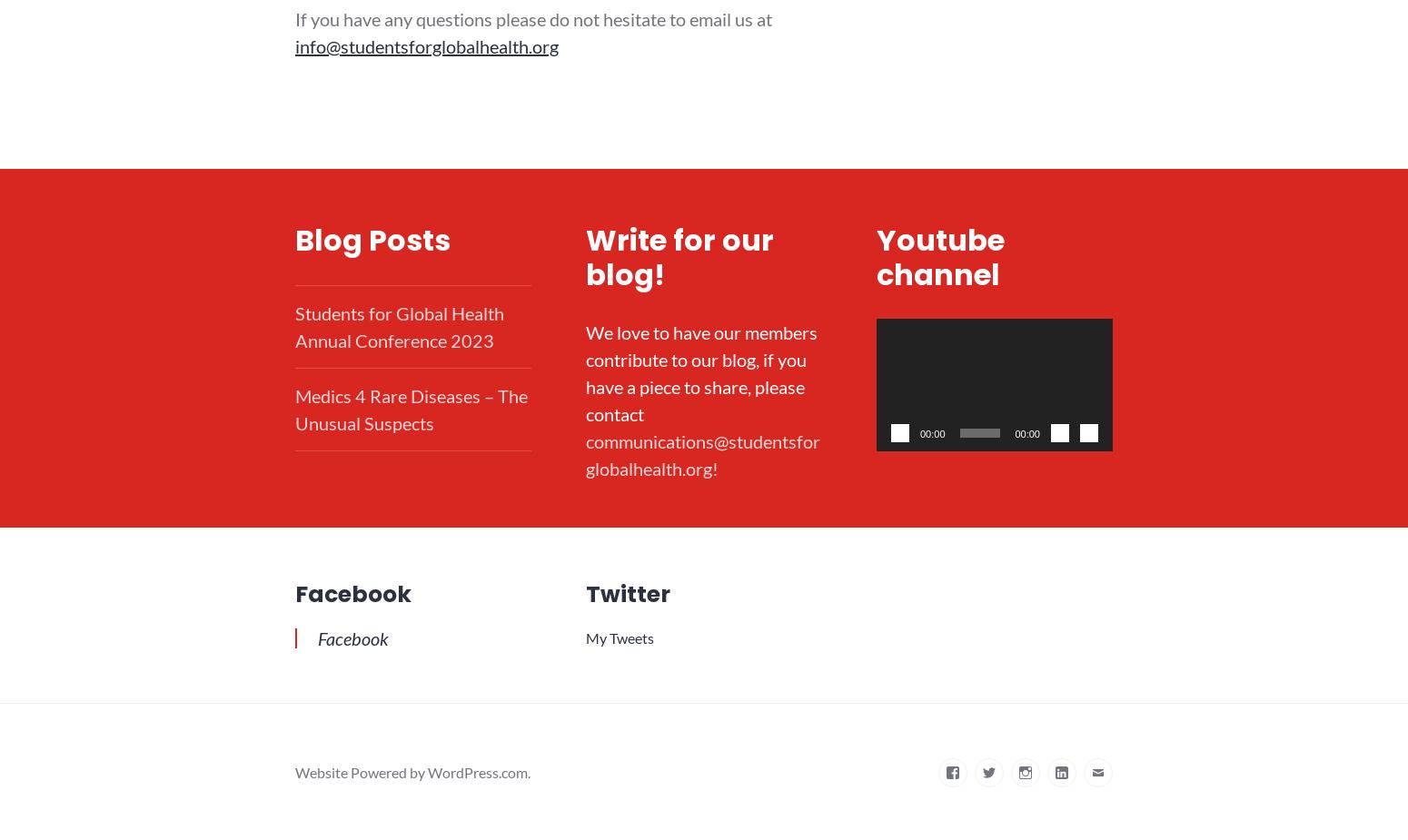 This screenshot has height=840, width=1408. What do you see at coordinates (626, 594) in the screenshot?
I see `'Twitter'` at bounding box center [626, 594].